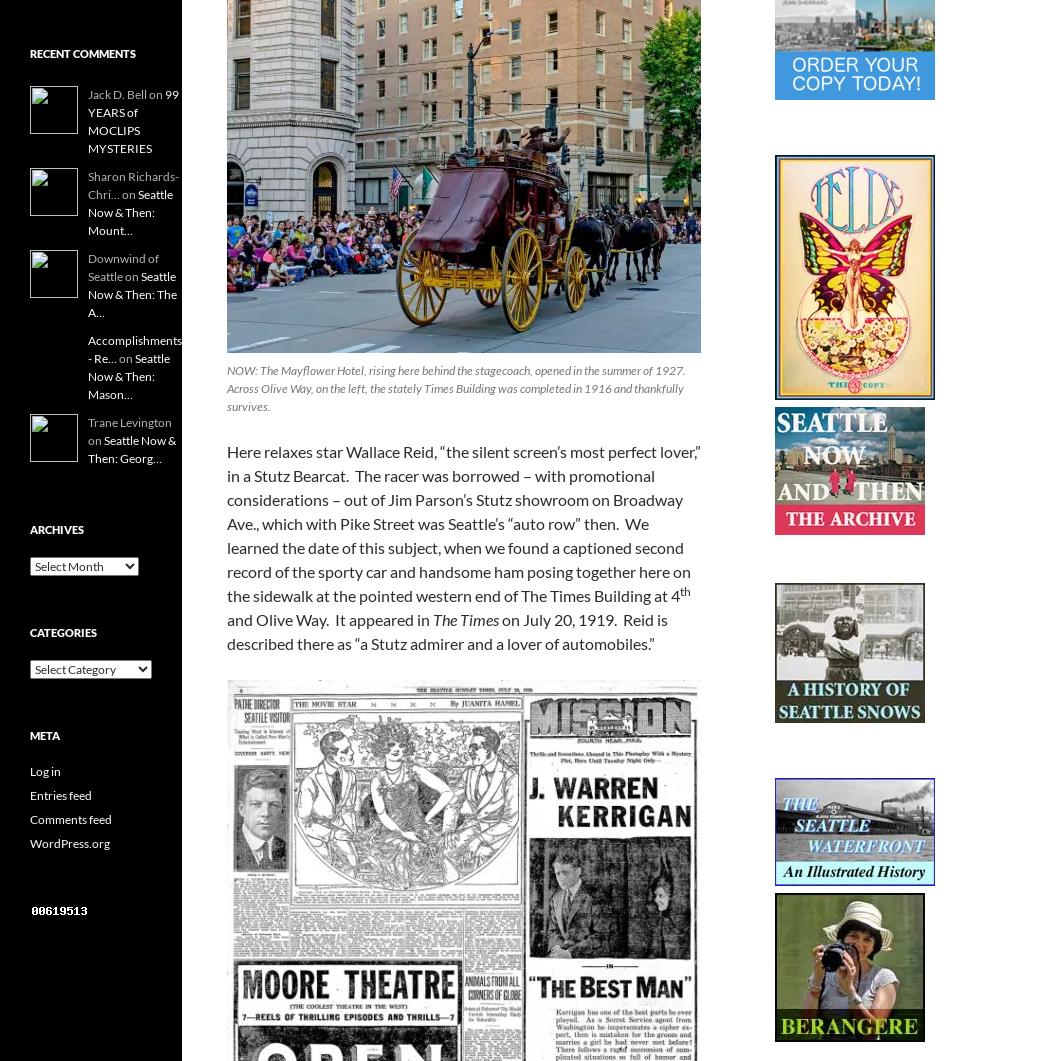  Describe the element at coordinates (87, 293) in the screenshot. I see `'Seattle Now & Then: The A…'` at that location.